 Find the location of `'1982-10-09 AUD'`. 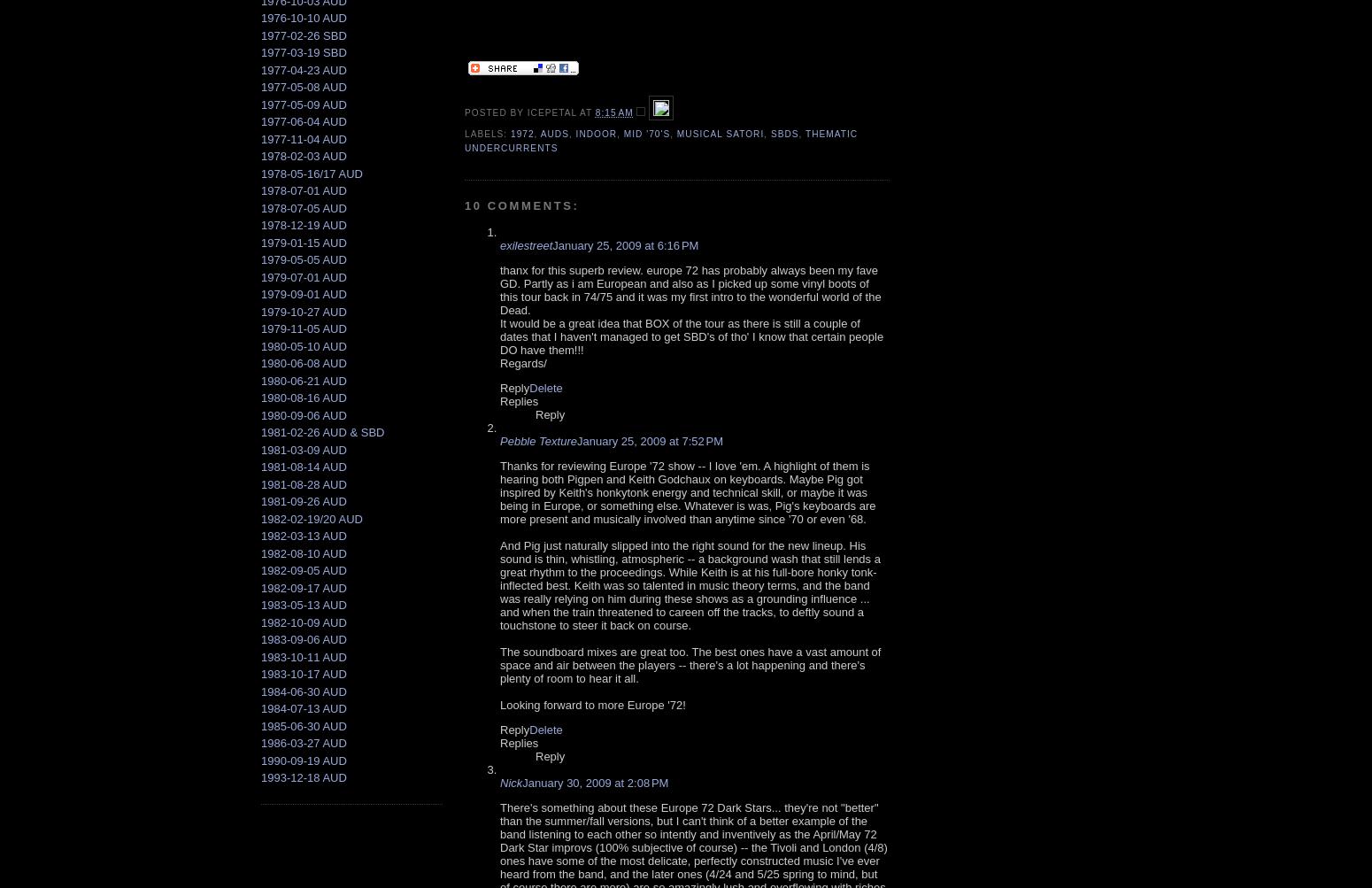

'1982-10-09 AUD' is located at coordinates (303, 622).